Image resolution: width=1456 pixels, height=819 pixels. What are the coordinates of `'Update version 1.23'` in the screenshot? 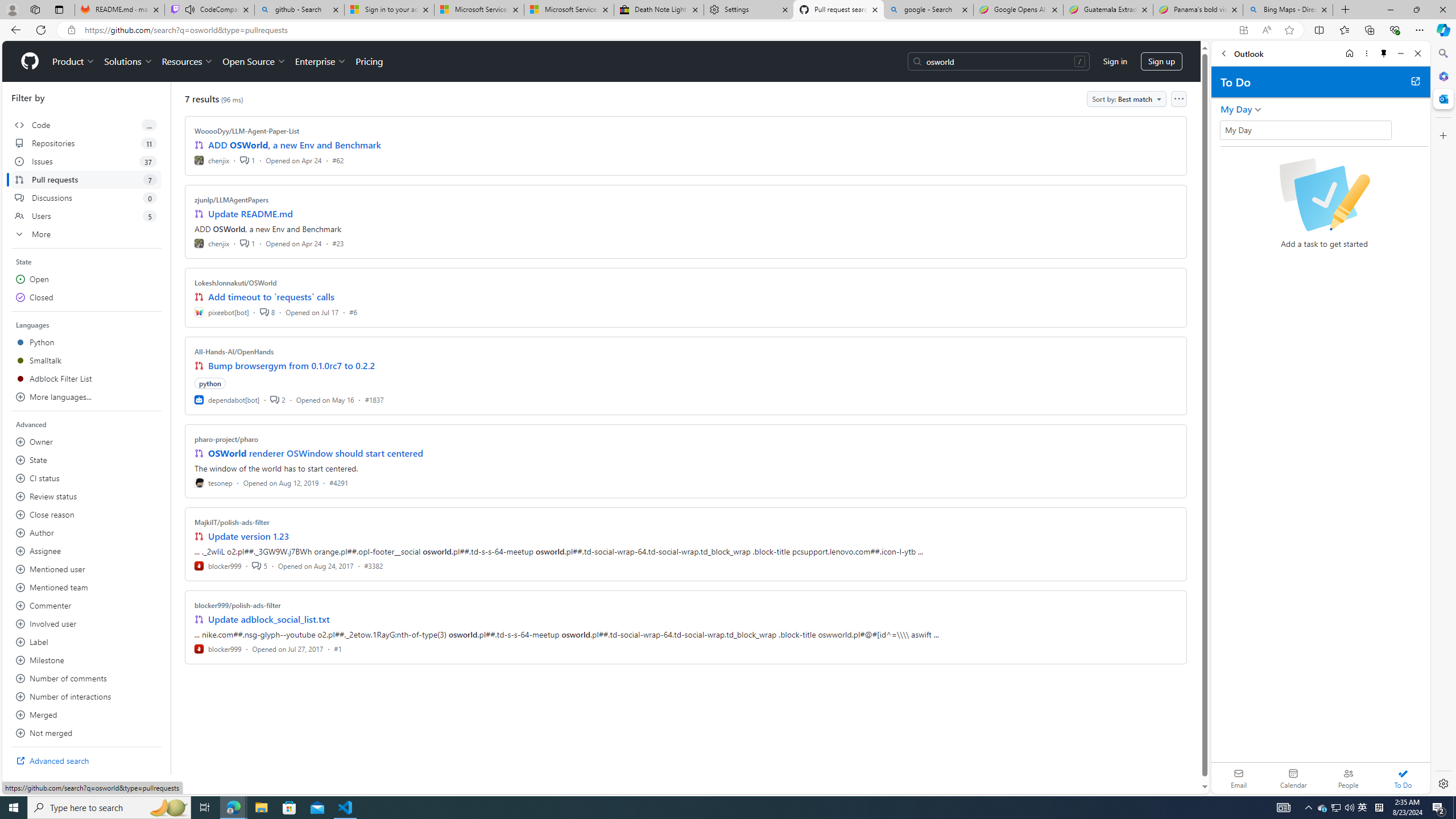 It's located at (248, 536).